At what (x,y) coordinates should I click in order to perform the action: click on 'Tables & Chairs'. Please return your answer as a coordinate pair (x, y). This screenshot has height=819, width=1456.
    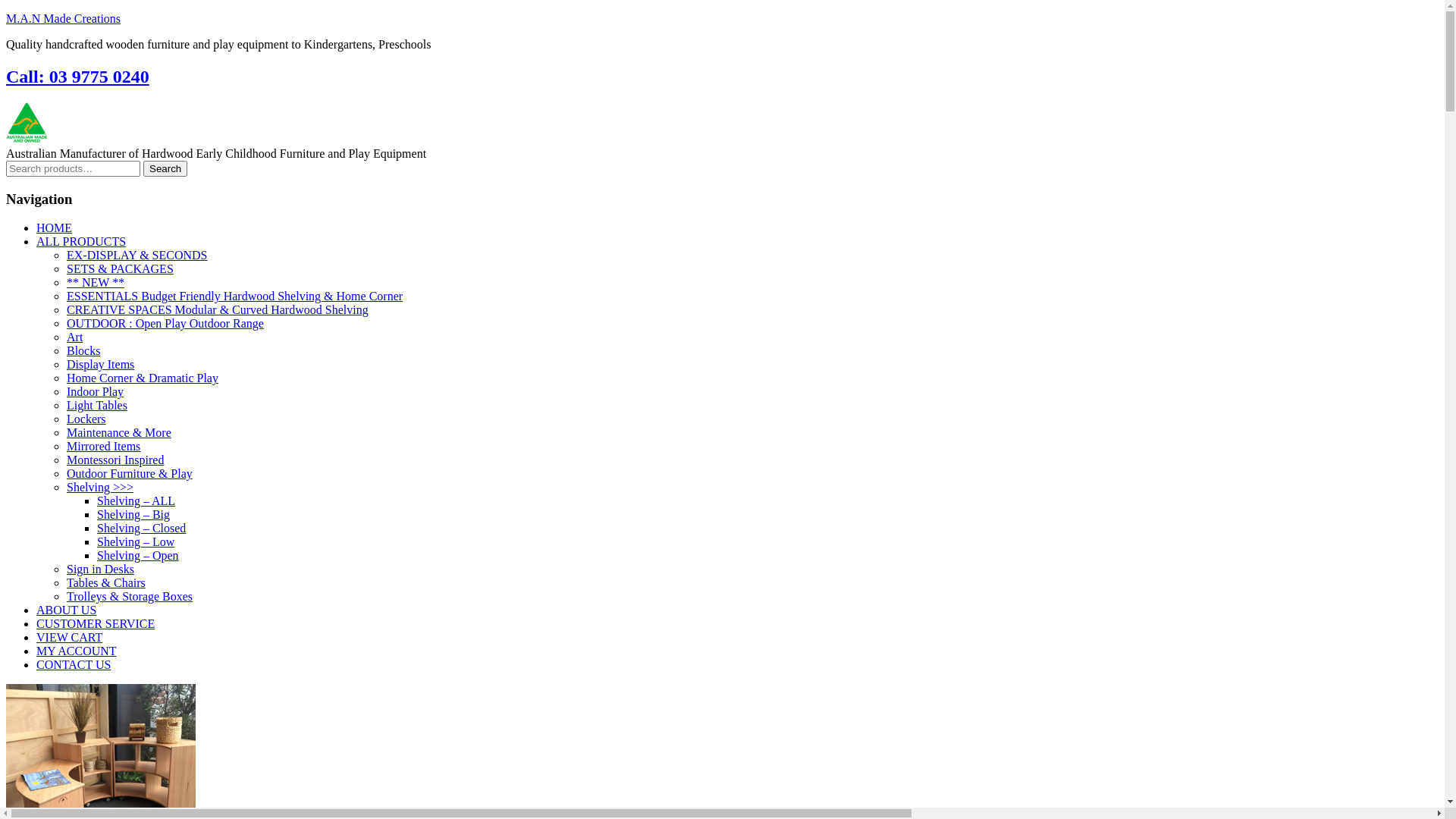
    Looking at the image, I should click on (65, 582).